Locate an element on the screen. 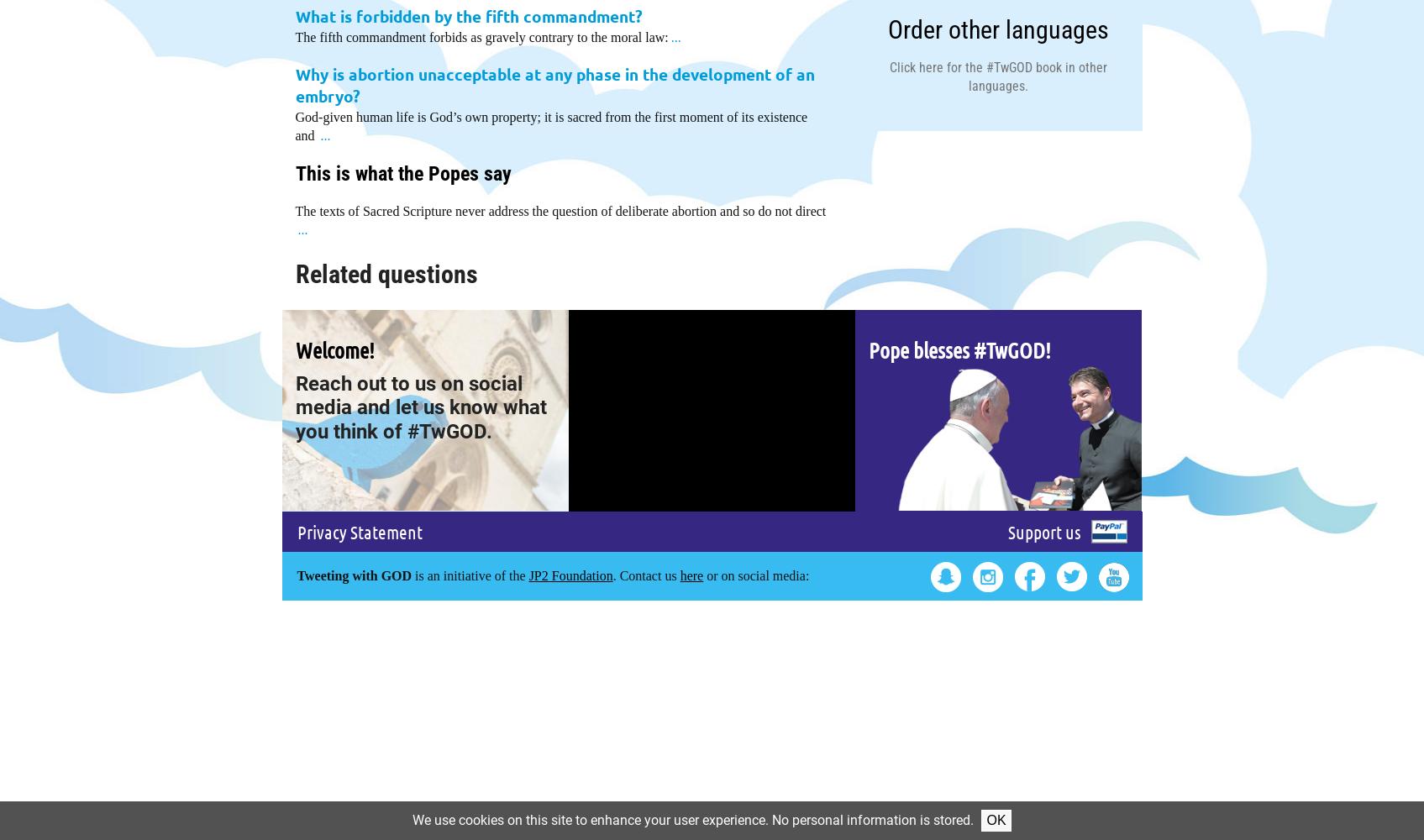 The width and height of the screenshot is (1424, 840). 'here' is located at coordinates (691, 575).